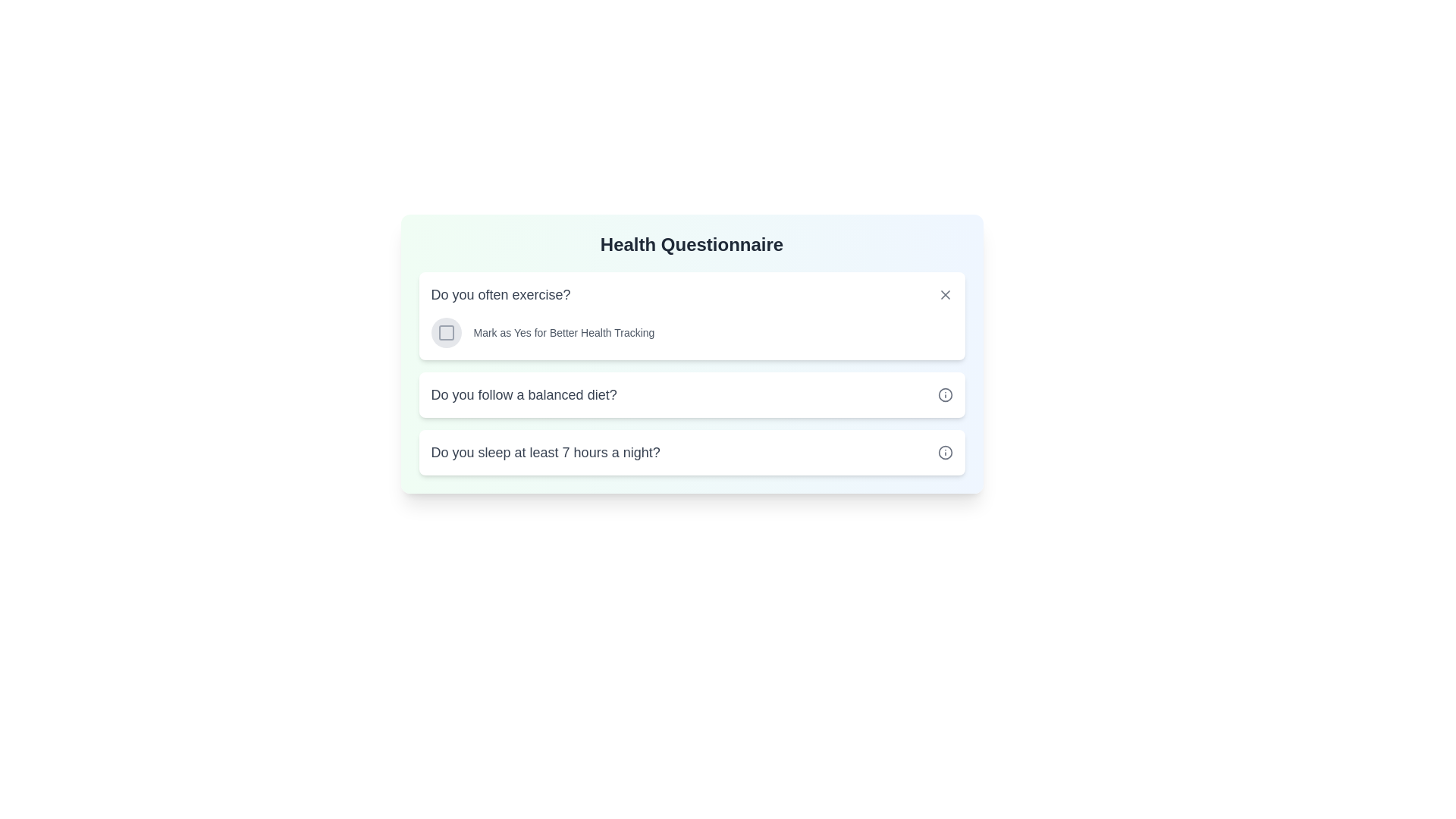 The height and width of the screenshot is (819, 1456). Describe the element at coordinates (944, 295) in the screenshot. I see `the close button located in the top-right corner of the question block associated with 'Do you often exercise?'` at that location.